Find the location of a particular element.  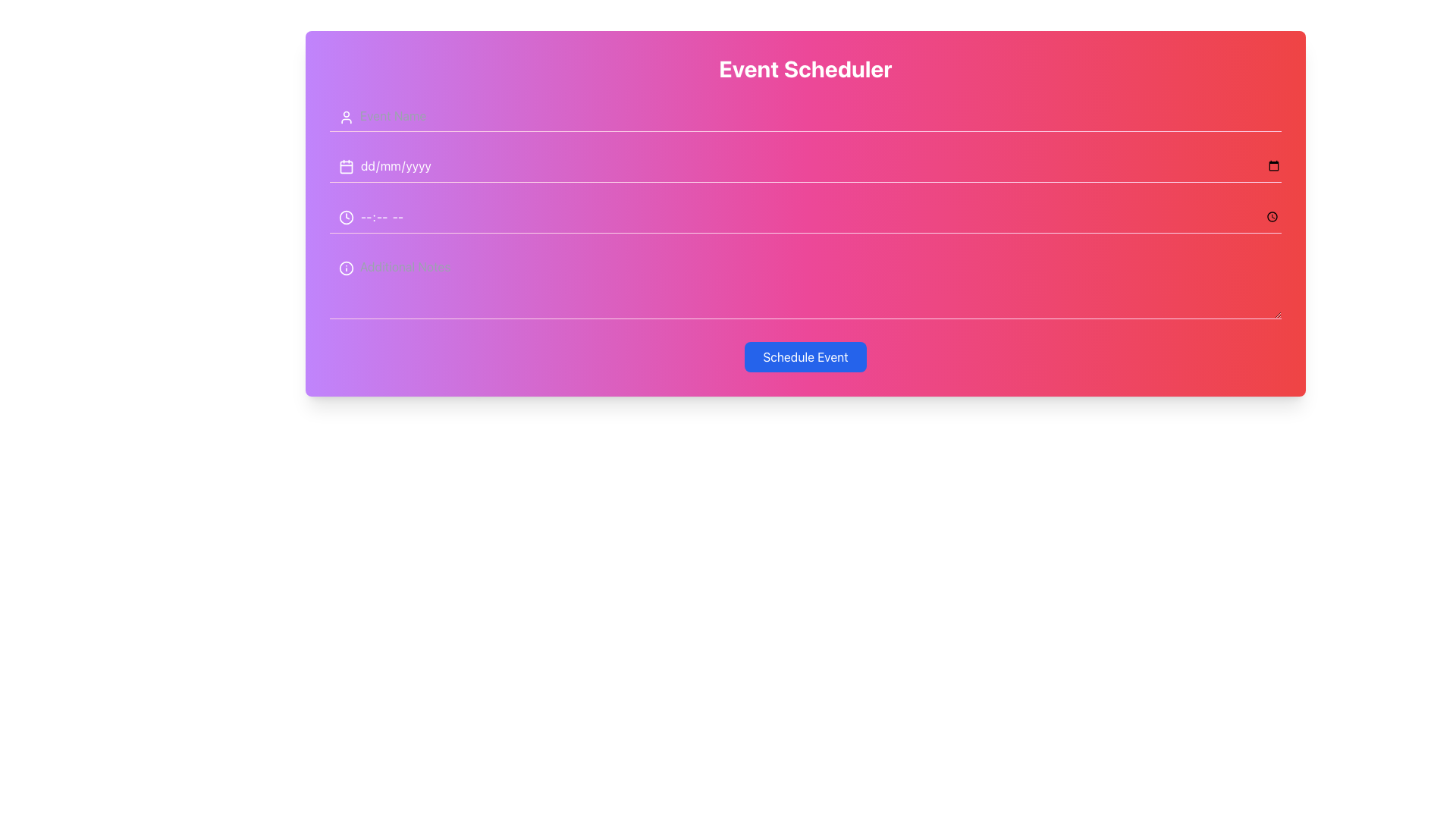

the blue button labeled 'Schedule Event' to observe its hover state is located at coordinates (805, 356).